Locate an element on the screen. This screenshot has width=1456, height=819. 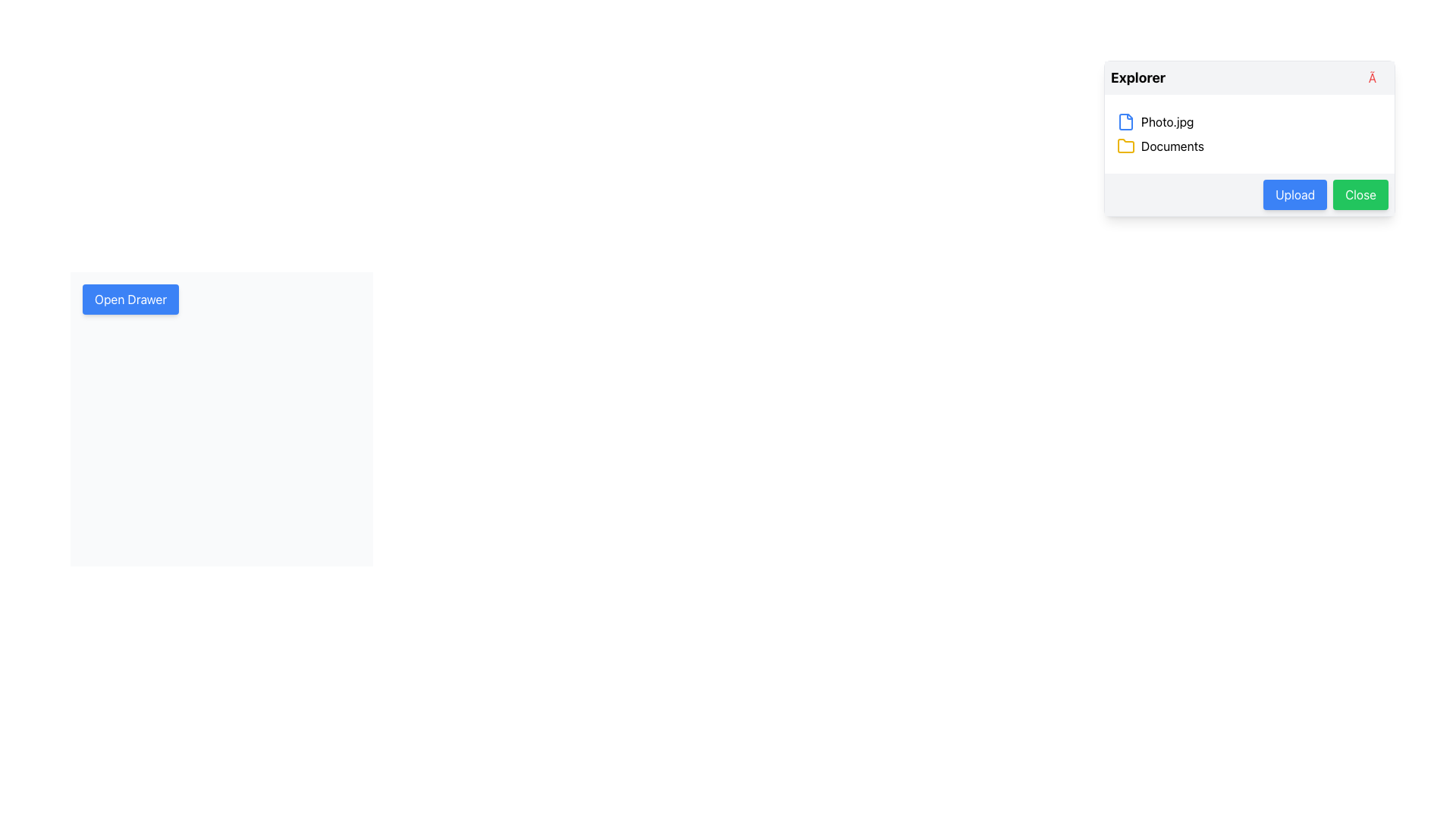
the 'Documents' folder option in the file explorer interface is located at coordinates (1249, 146).